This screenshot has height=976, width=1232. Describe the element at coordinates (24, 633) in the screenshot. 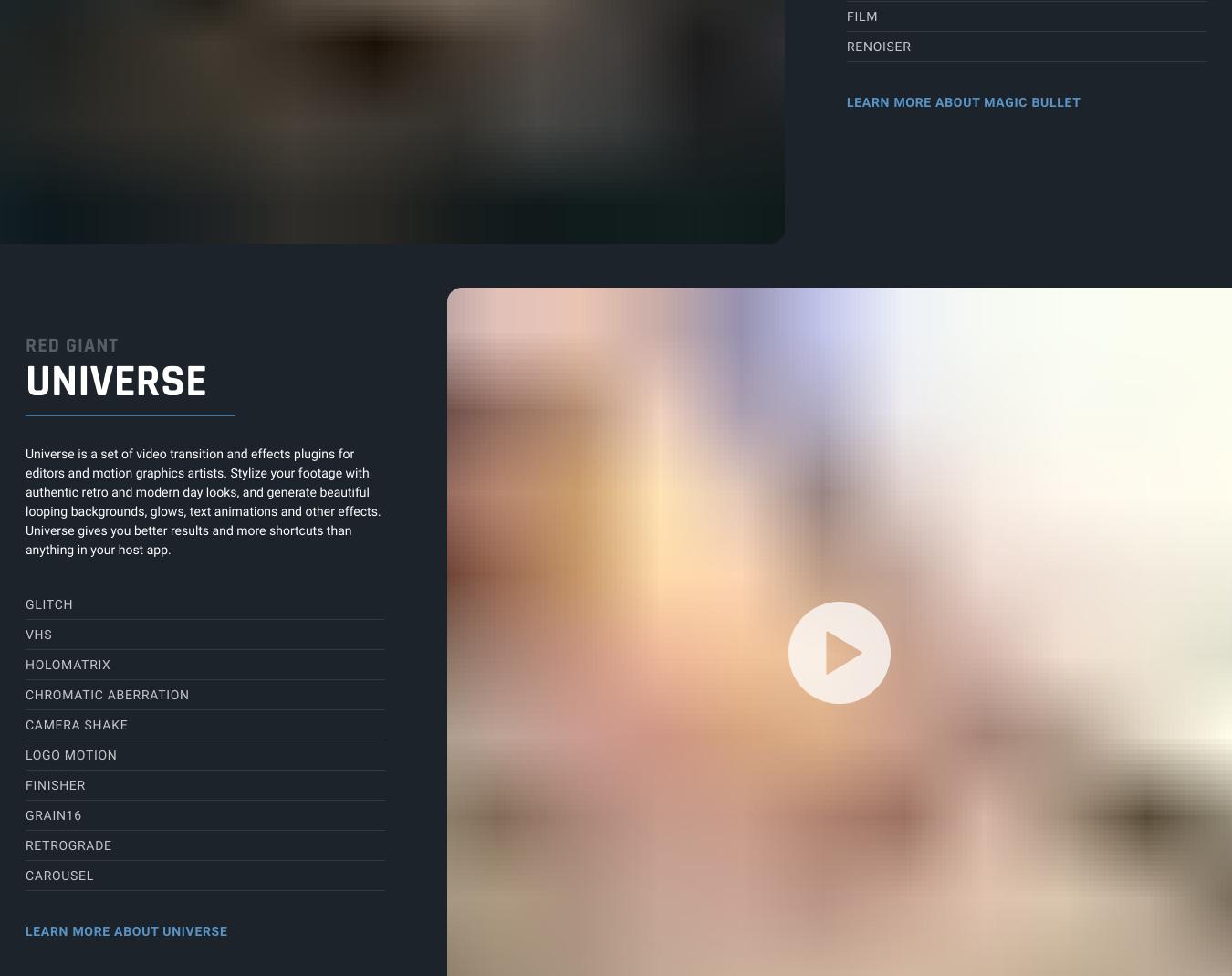

I see `'VHS'` at that location.